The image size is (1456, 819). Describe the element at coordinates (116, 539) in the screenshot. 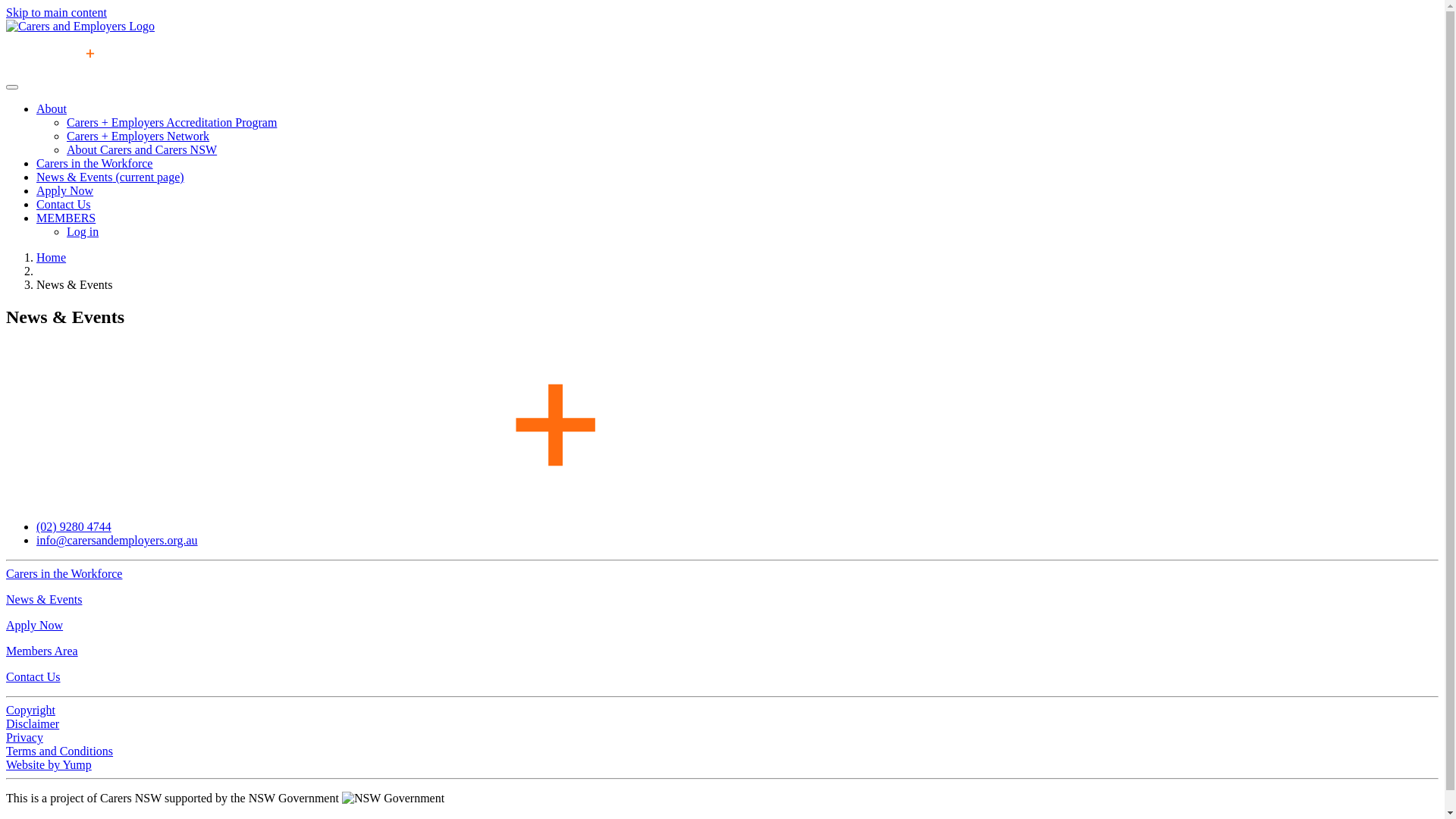

I see `'info@carersandemployers.org.au'` at that location.